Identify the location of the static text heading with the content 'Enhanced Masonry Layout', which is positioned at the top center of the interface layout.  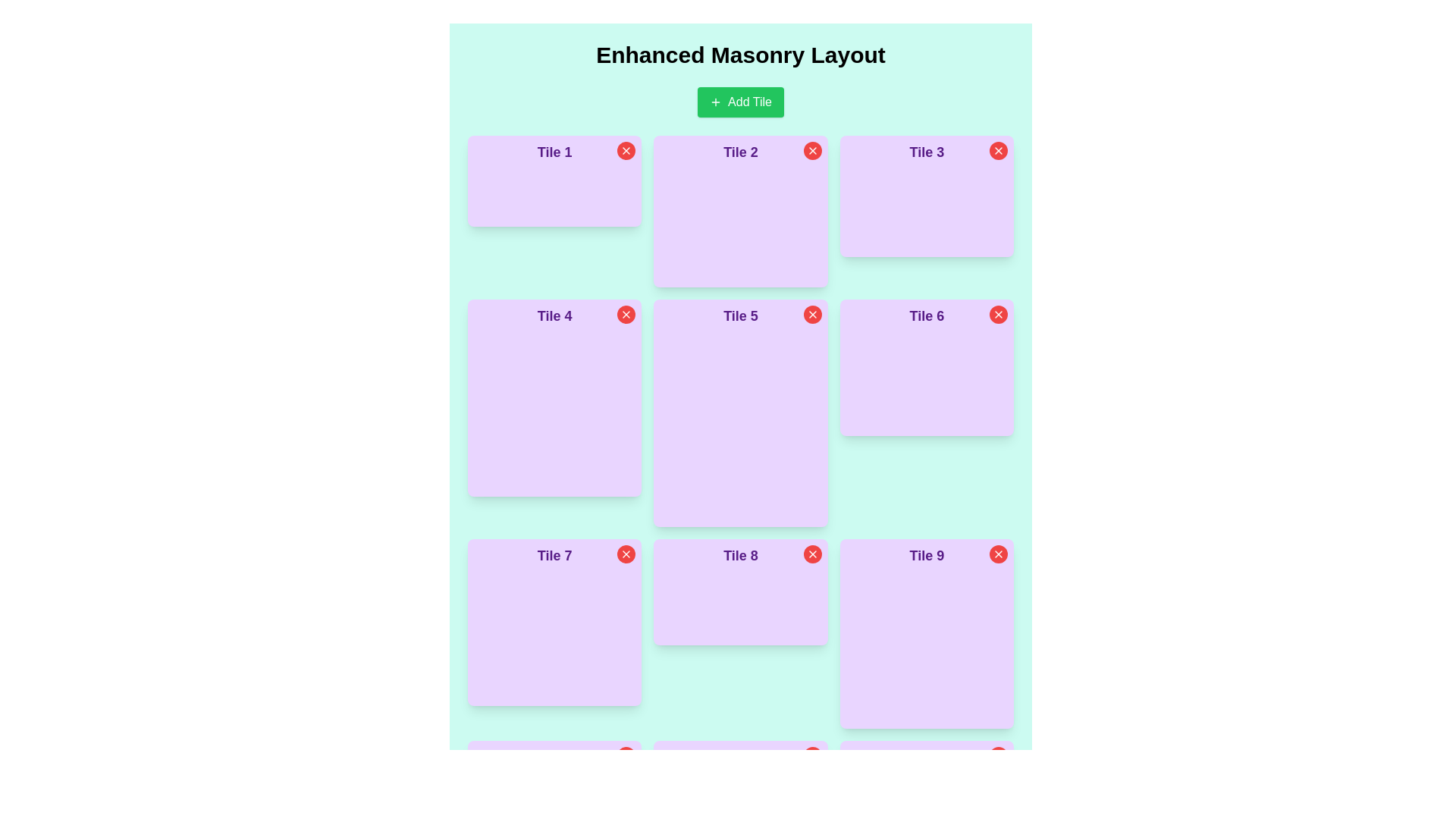
(741, 55).